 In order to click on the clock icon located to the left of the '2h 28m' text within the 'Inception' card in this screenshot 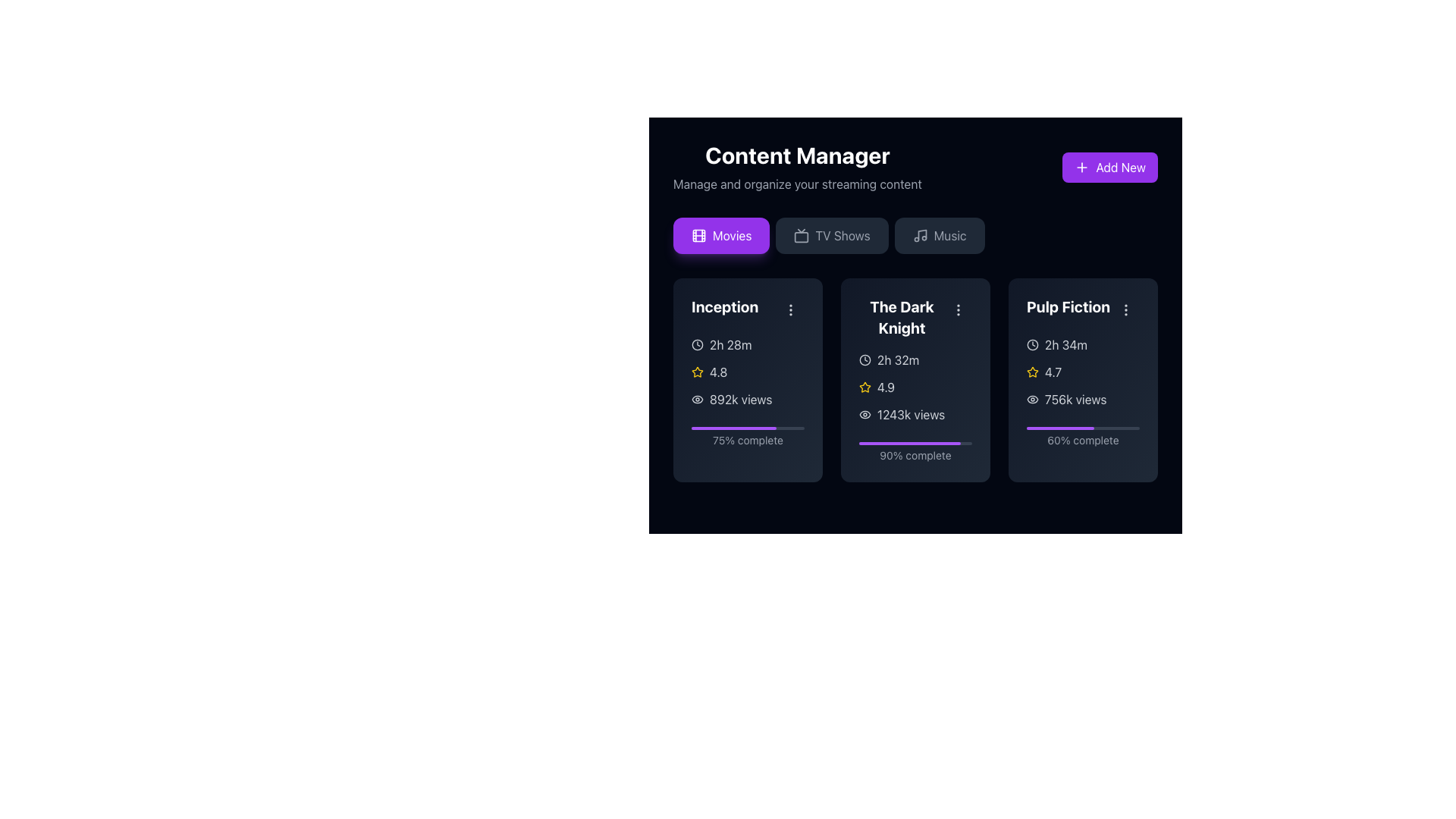, I will do `click(697, 345)`.